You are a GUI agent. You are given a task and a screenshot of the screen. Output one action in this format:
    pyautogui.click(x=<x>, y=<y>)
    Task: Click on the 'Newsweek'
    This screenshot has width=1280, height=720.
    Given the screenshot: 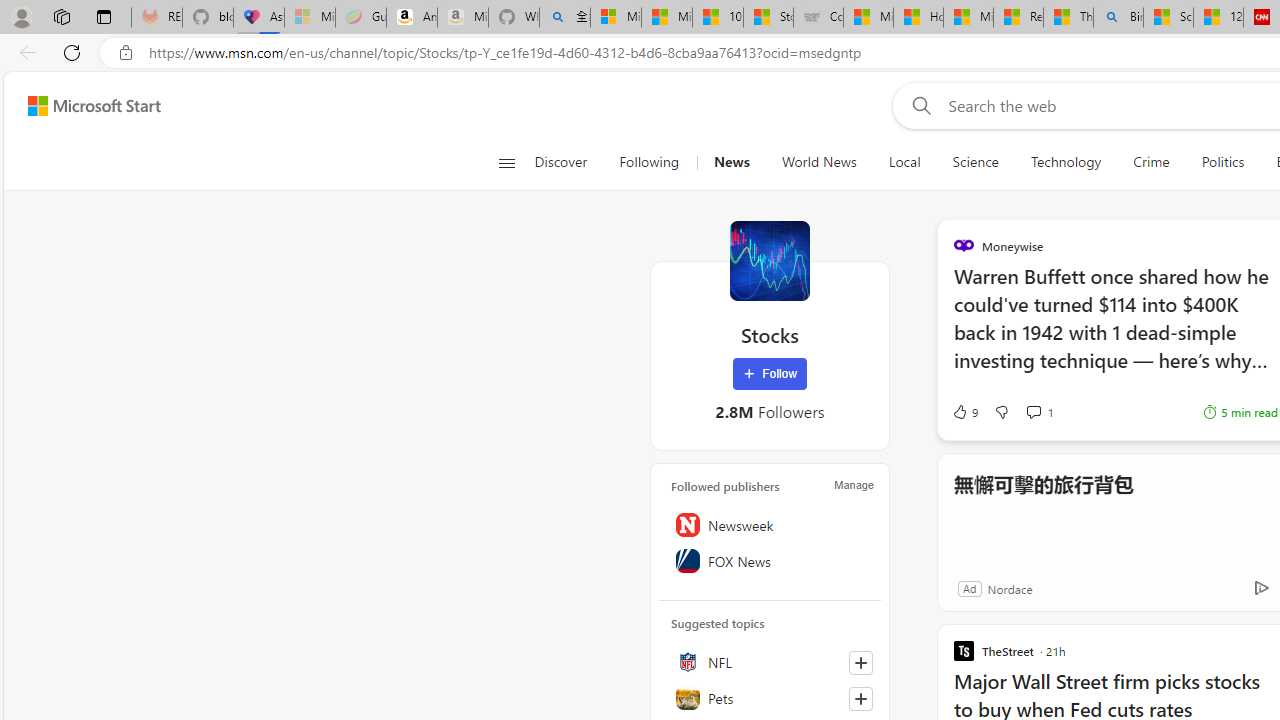 What is the action you would take?
    pyautogui.click(x=769, y=524)
    